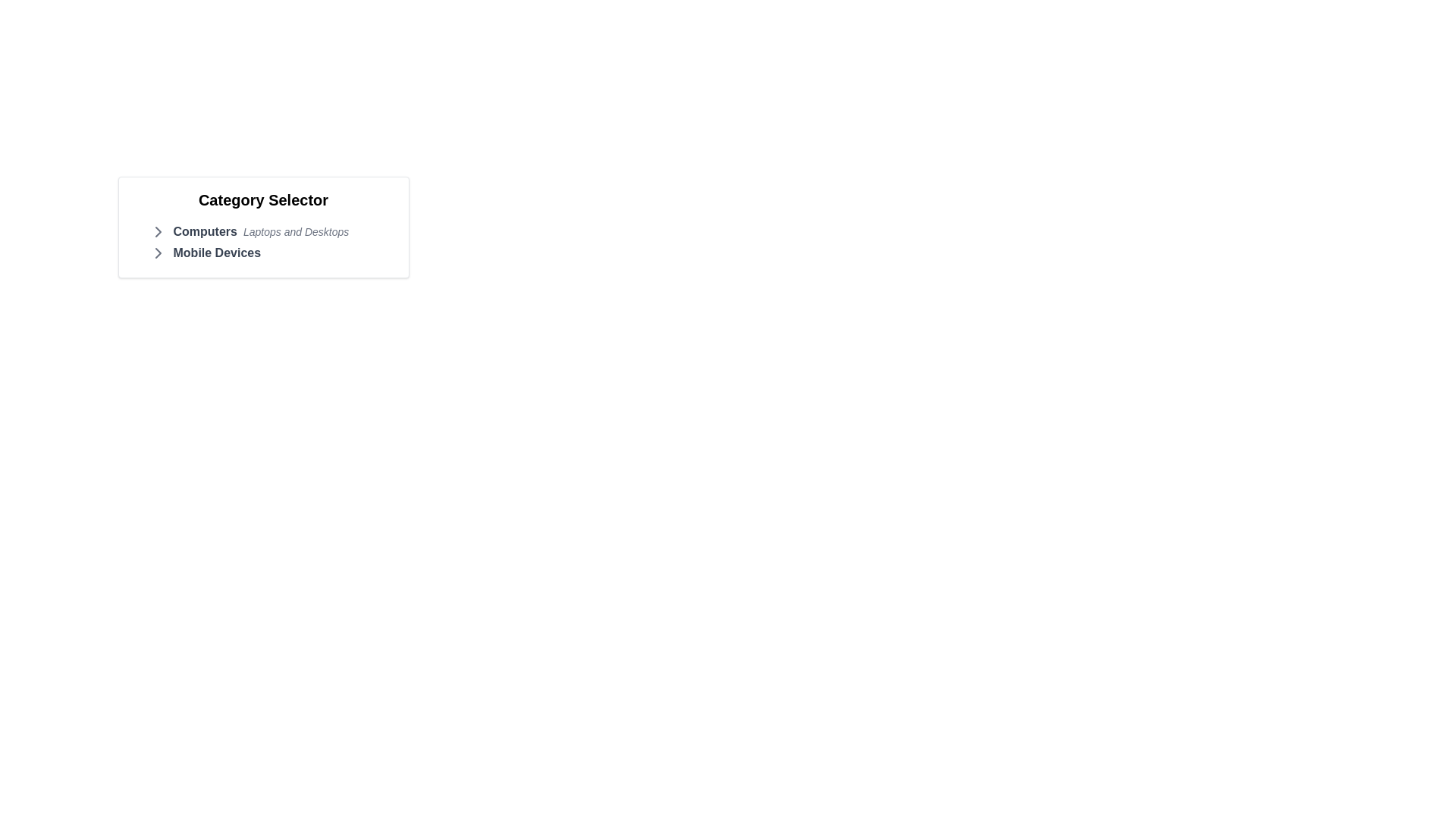  Describe the element at coordinates (204, 231) in the screenshot. I see `the bold text element 'Computers' located in the 'Category Selector' box, positioned at the top-left of the first category row` at that location.